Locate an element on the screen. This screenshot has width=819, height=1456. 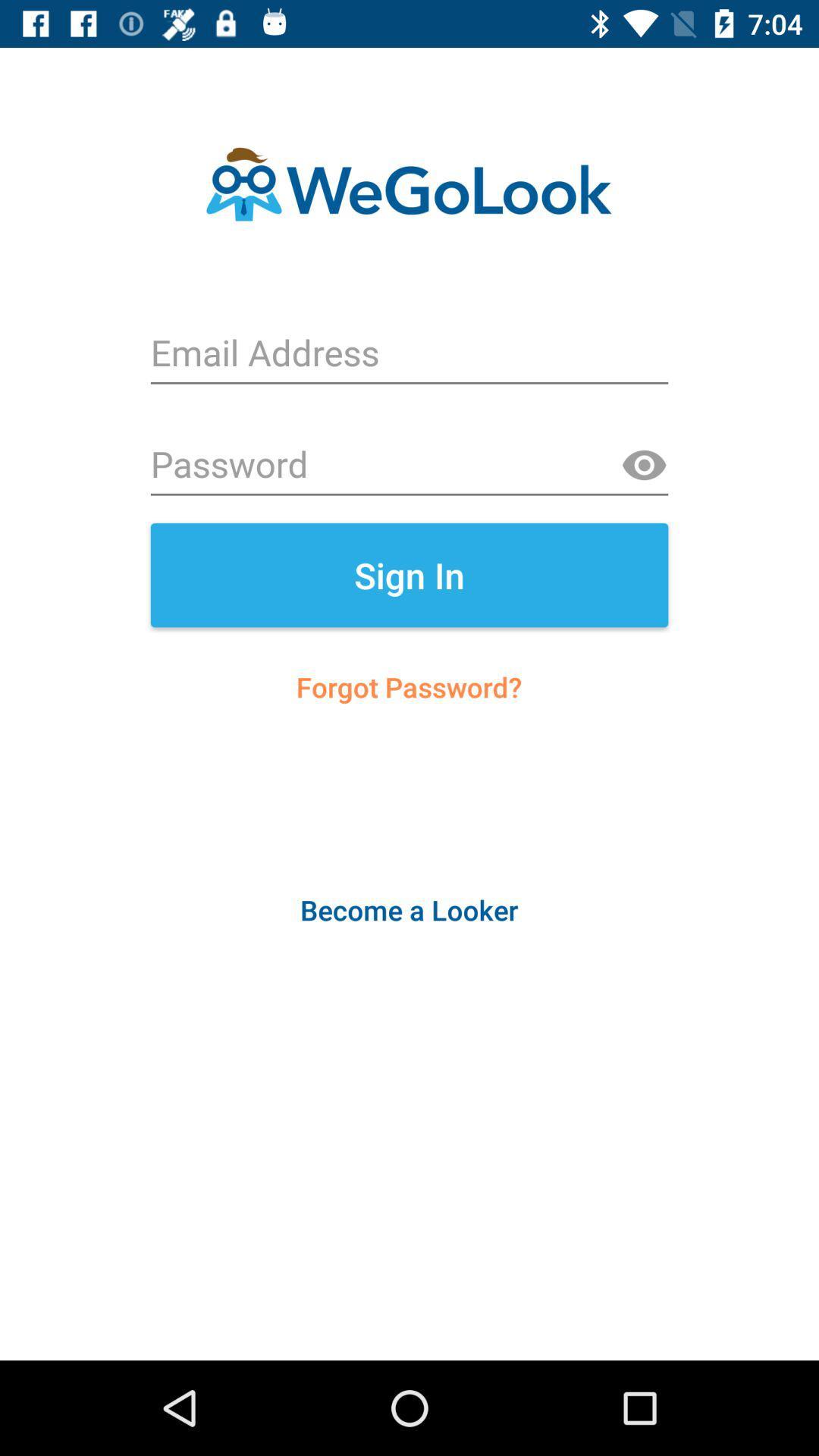
password is located at coordinates (409, 465).